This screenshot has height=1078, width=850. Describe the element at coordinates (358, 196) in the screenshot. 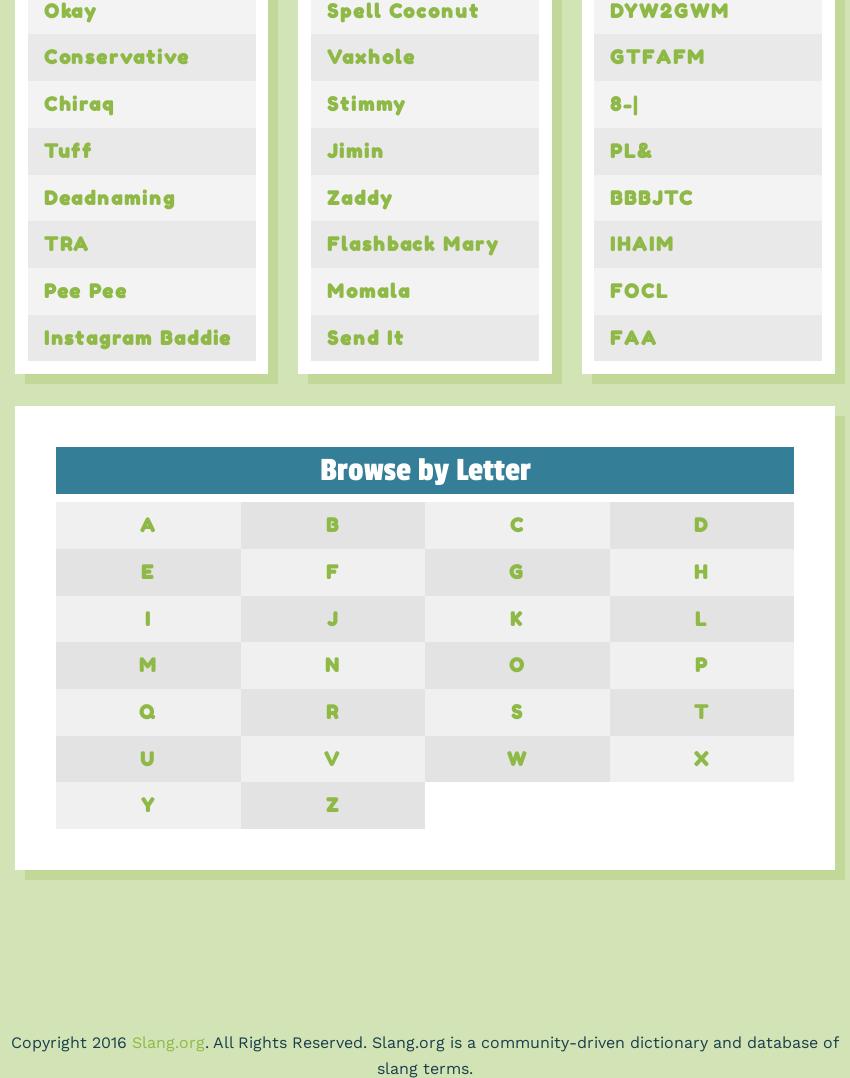

I see `'Zaddy'` at that location.